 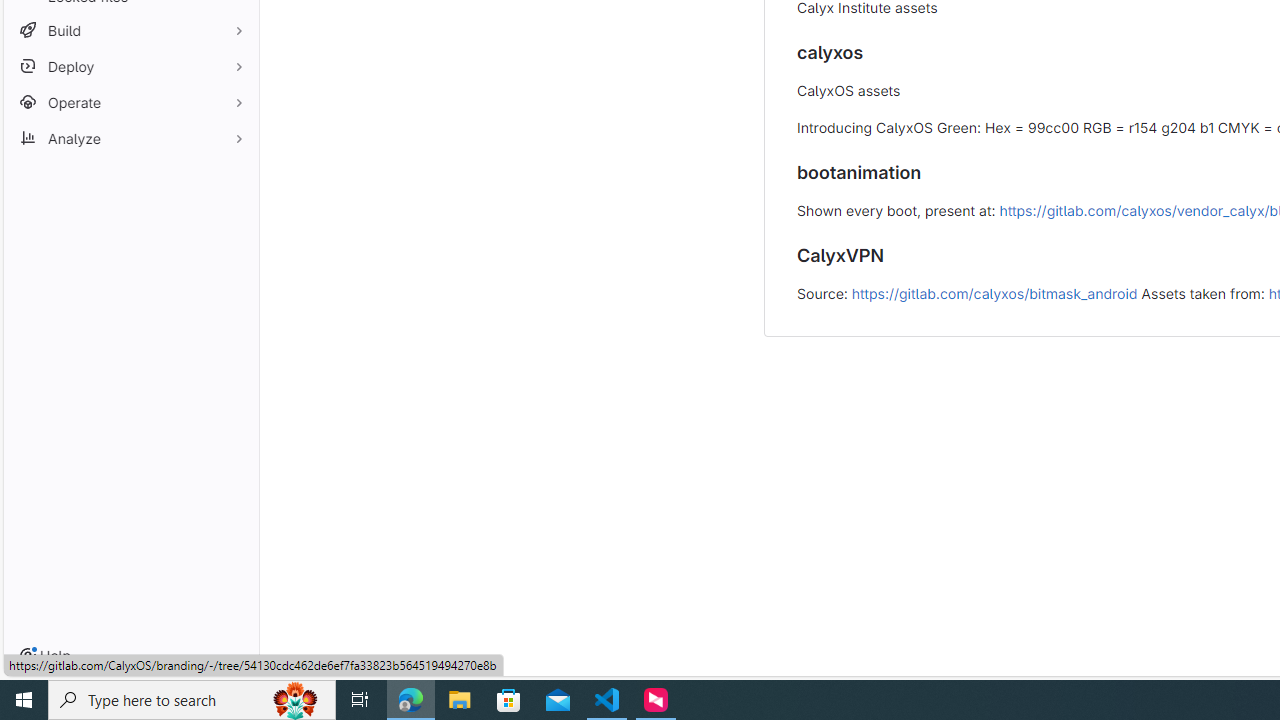 I want to click on 'Build', so click(x=130, y=30).